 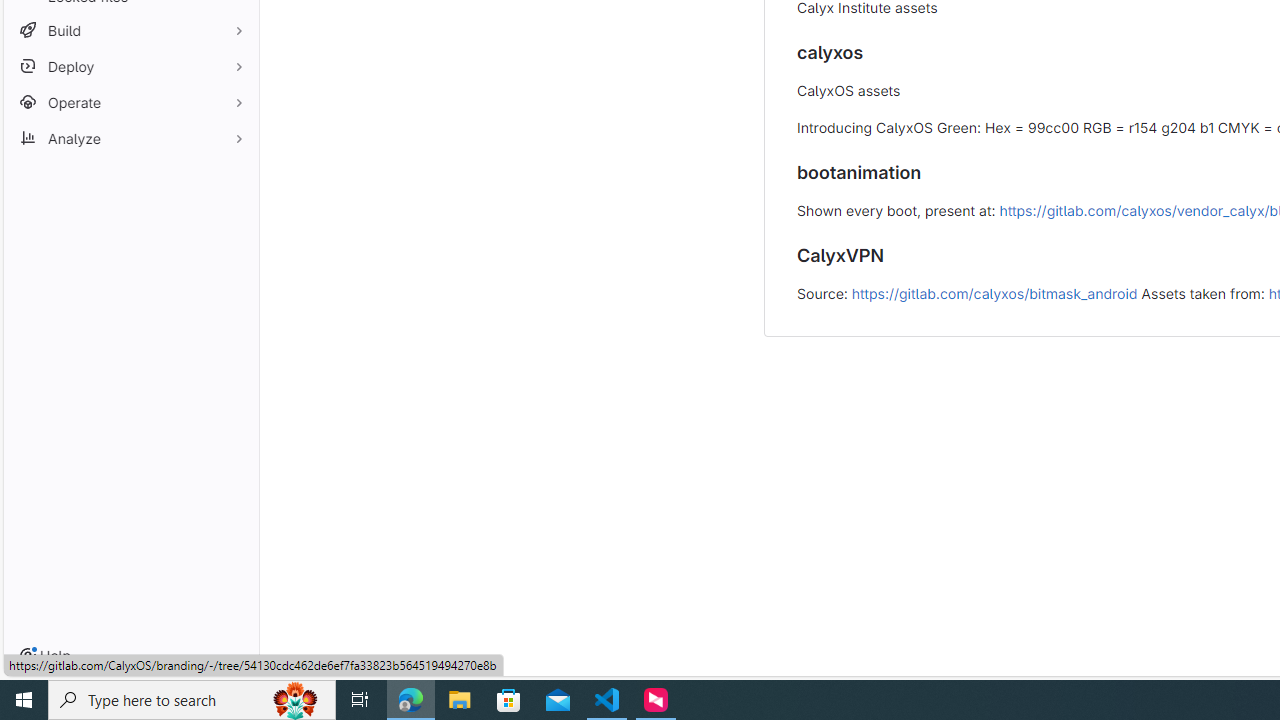 I want to click on 'Build', so click(x=130, y=30).